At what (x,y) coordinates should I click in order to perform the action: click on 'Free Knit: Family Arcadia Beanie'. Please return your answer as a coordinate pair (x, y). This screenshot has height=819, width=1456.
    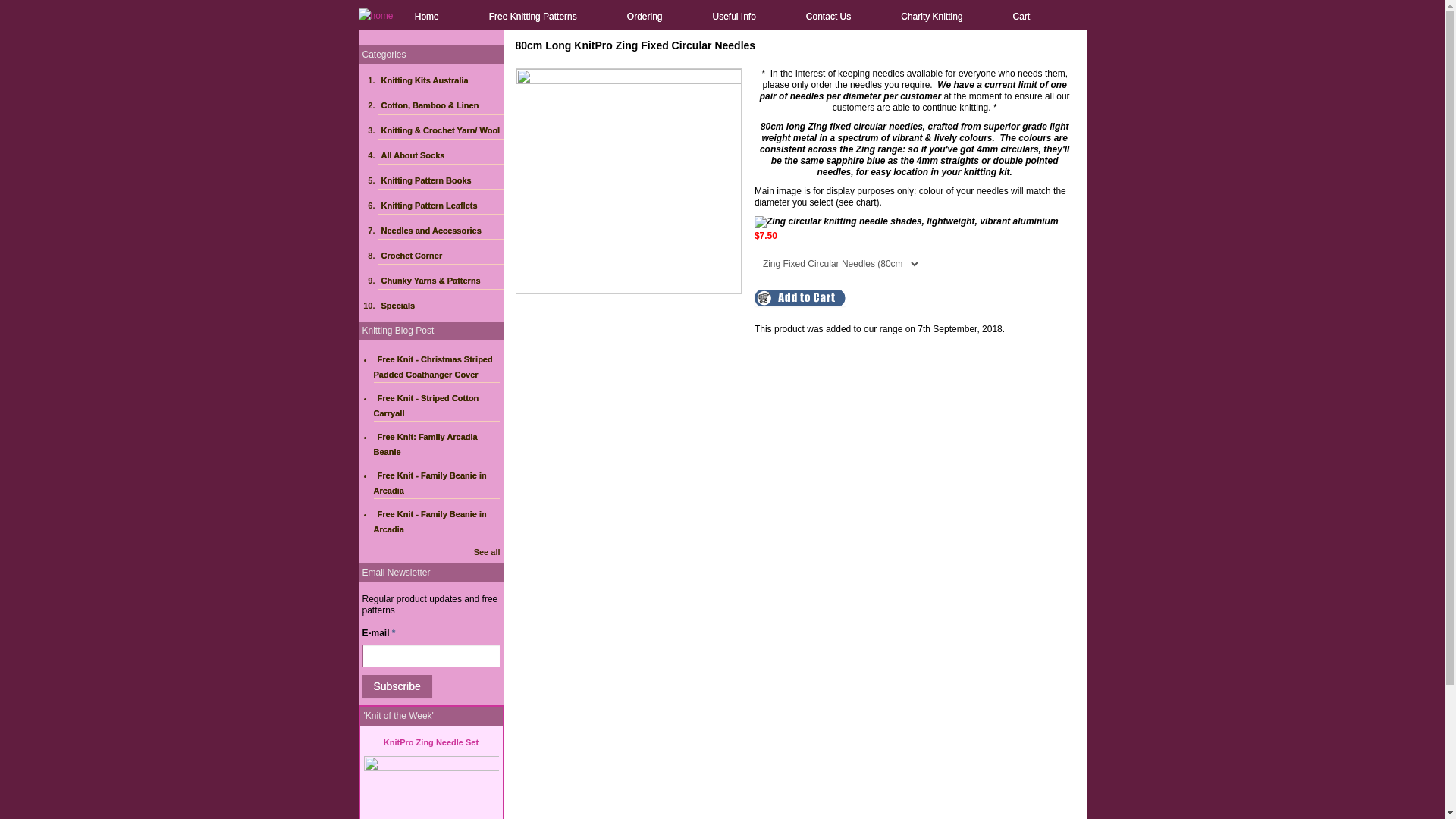
    Looking at the image, I should click on (425, 444).